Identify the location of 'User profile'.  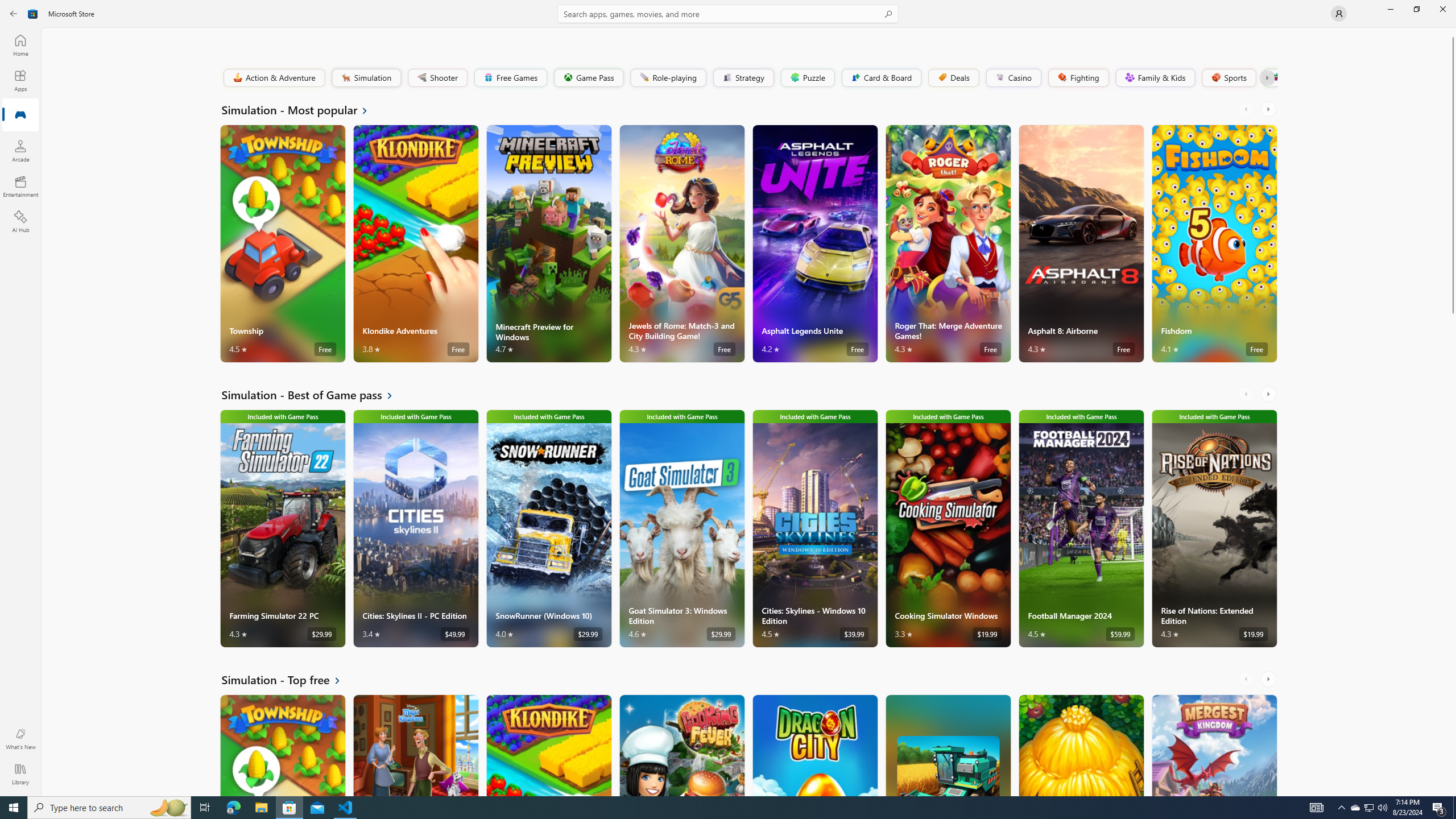
(1338, 13).